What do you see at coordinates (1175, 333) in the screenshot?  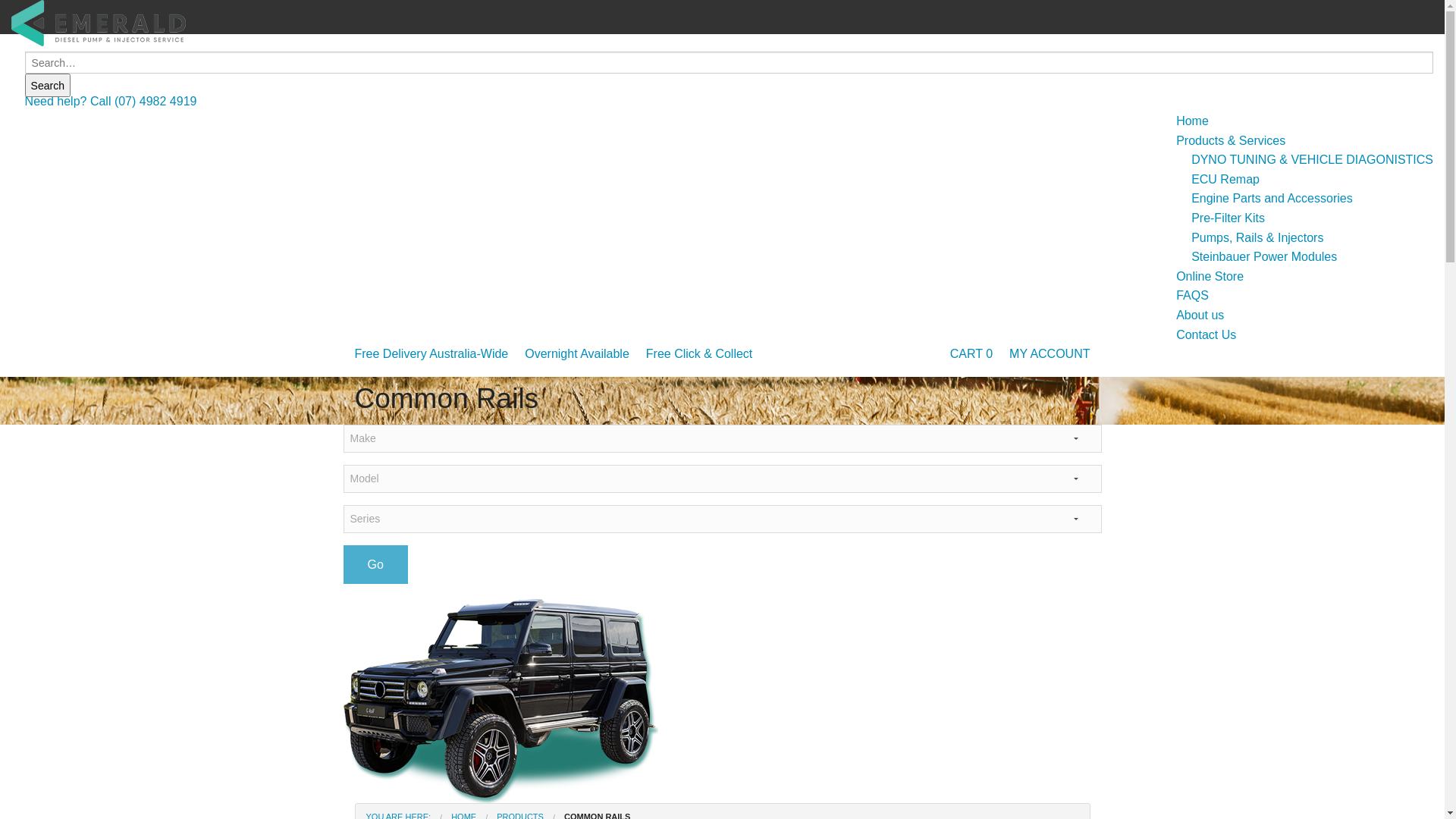 I see `'Contact Us'` at bounding box center [1175, 333].